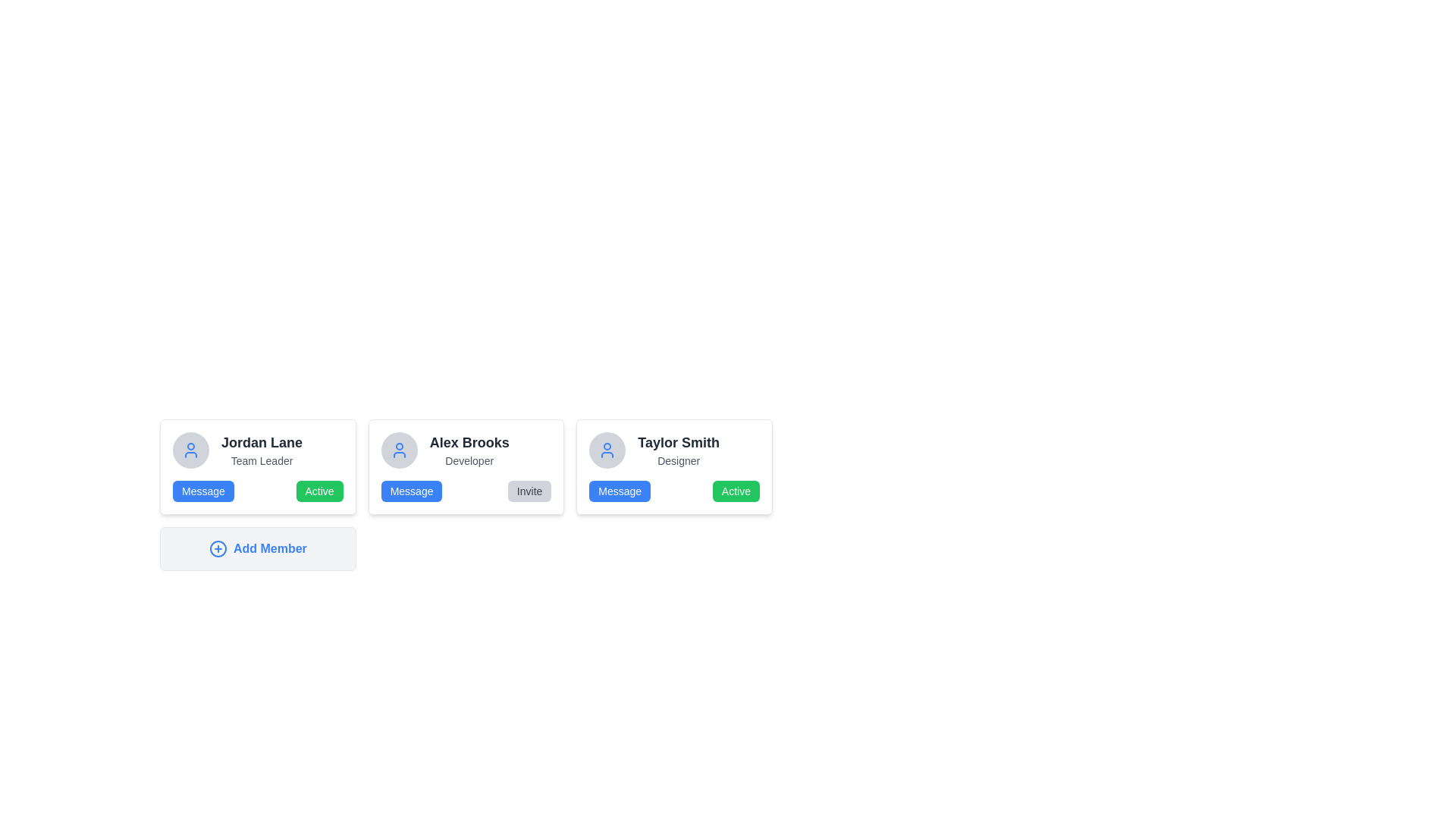 This screenshot has width=1456, height=819. What do you see at coordinates (678, 460) in the screenshot?
I see `the text label that indicates the role or designation of 'Taylor Smith', which is located directly below their name and above the blue 'Message' button` at bounding box center [678, 460].